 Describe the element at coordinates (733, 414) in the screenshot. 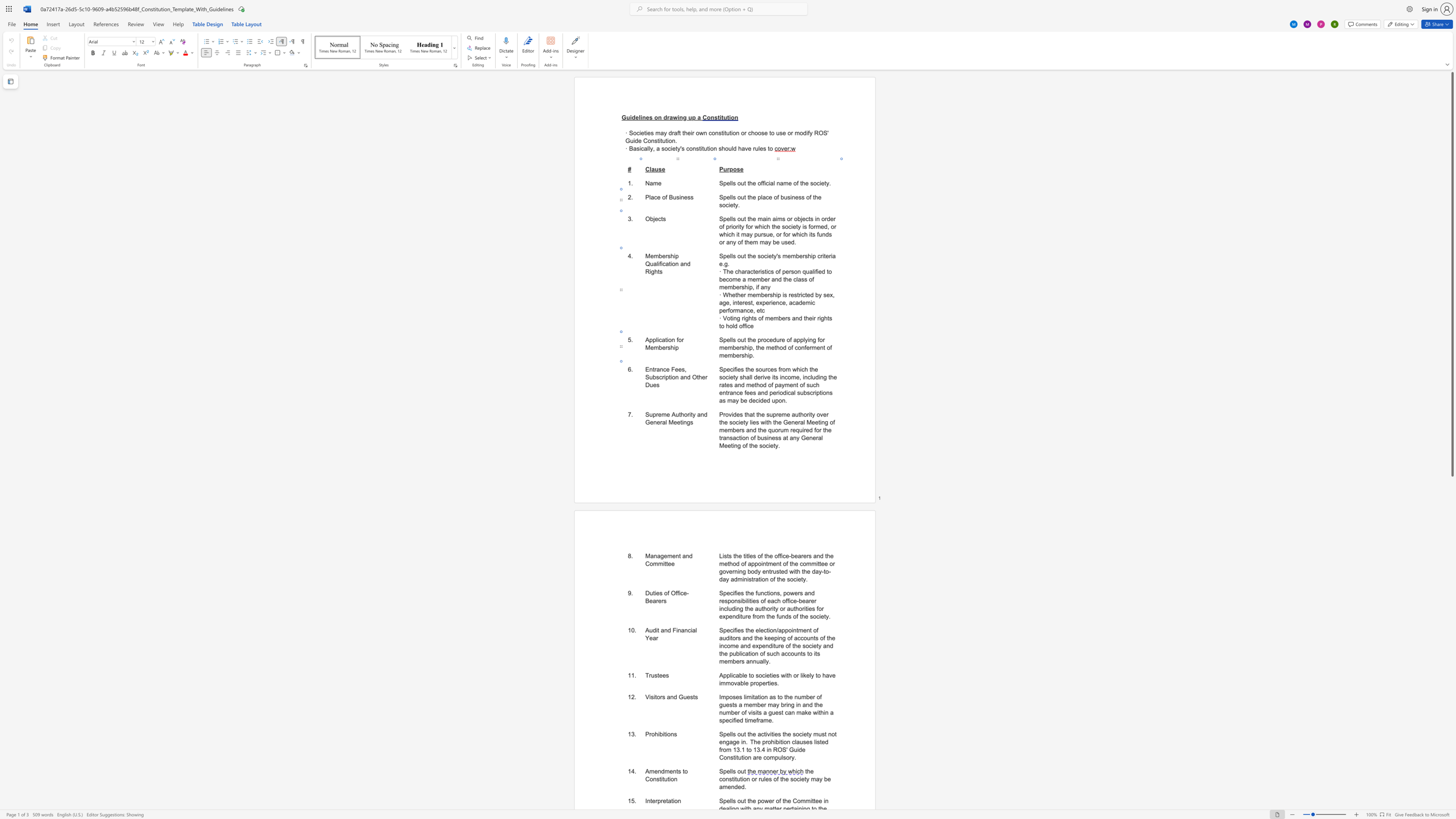

I see `the space between the continuous character "i" and "d" in the text` at that location.